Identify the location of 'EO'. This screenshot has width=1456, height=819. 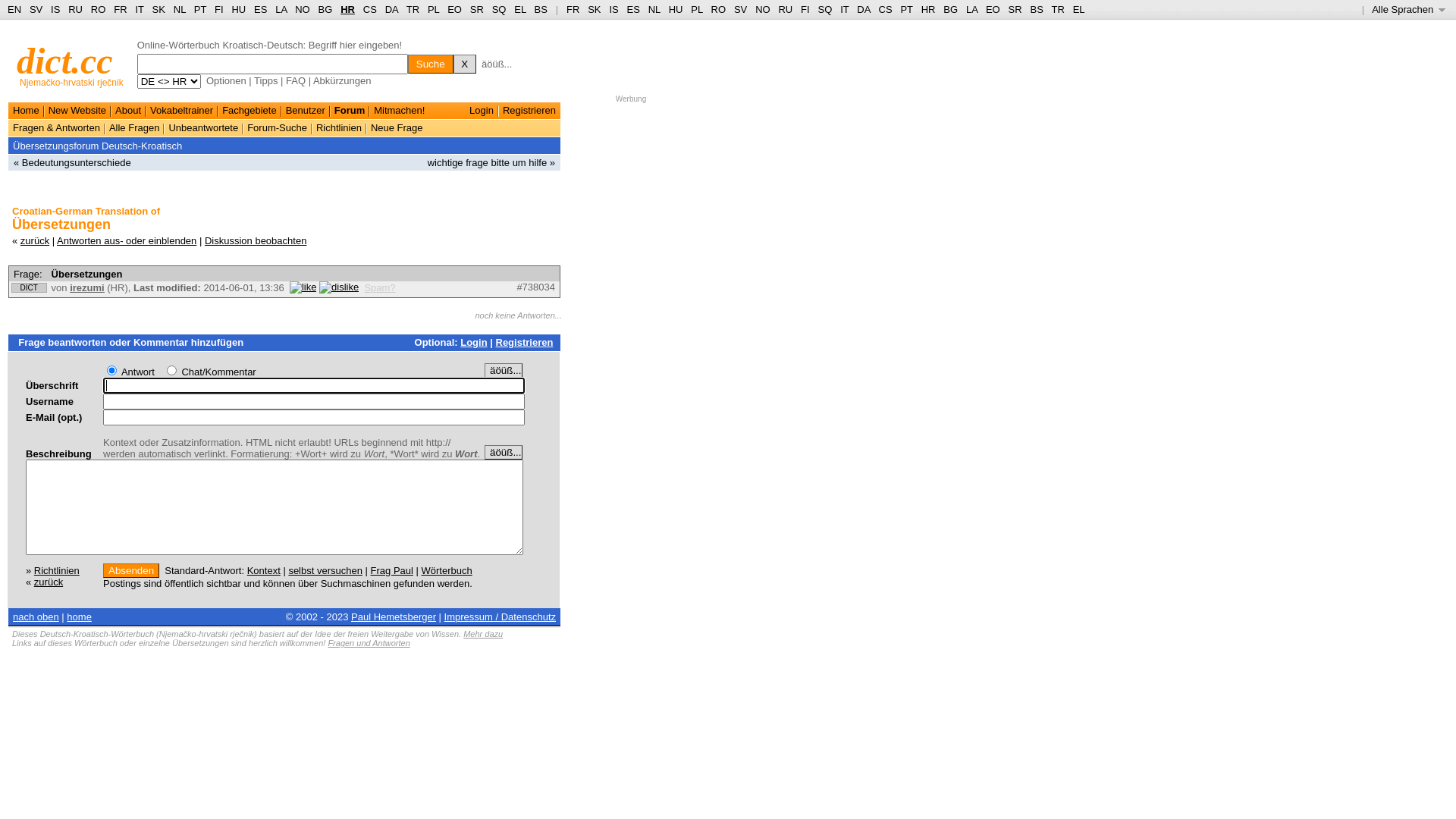
(453, 9).